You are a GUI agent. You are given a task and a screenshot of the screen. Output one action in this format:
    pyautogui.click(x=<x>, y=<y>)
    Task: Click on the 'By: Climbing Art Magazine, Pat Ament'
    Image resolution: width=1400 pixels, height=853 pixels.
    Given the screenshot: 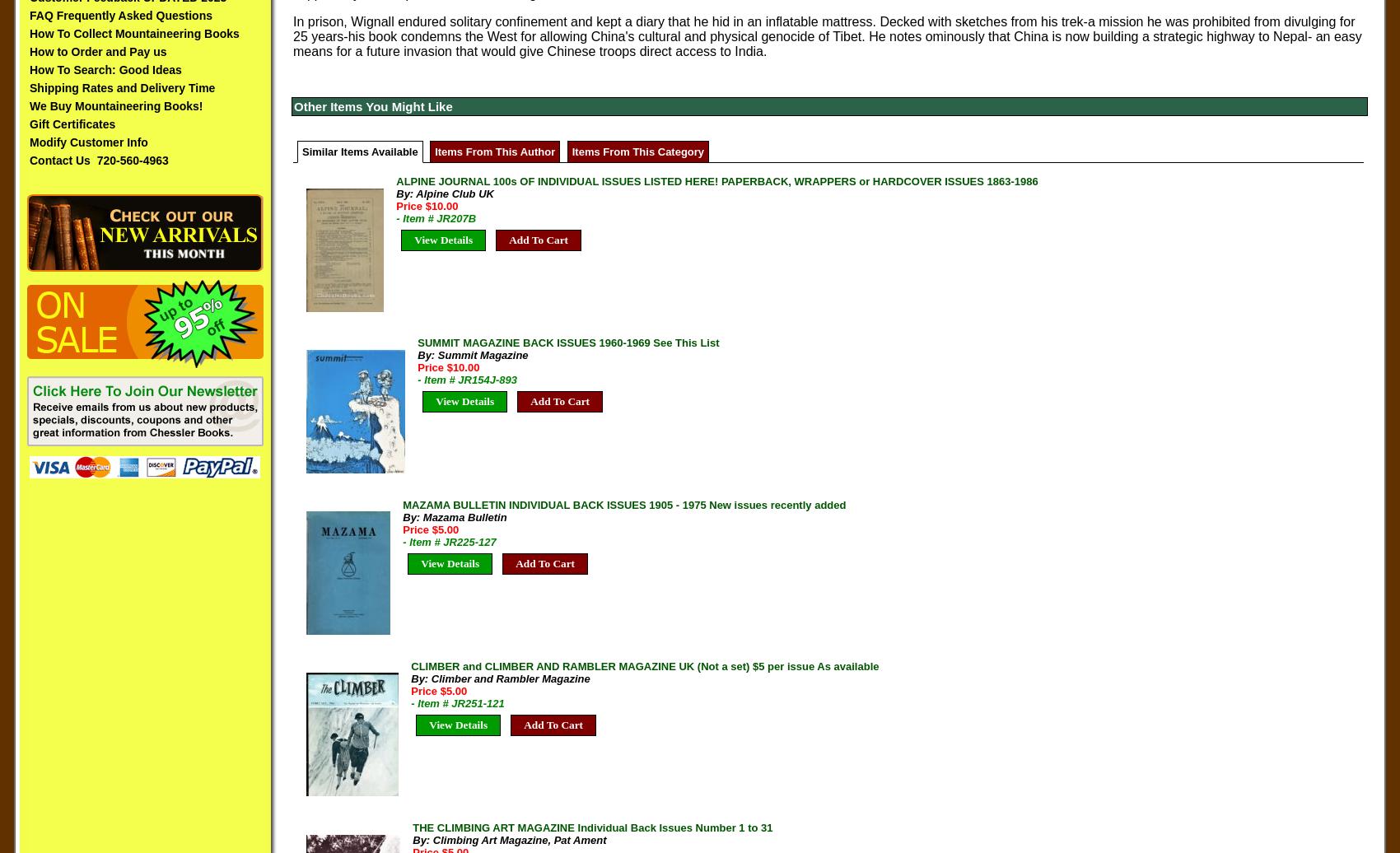 What is the action you would take?
    pyautogui.click(x=508, y=840)
    